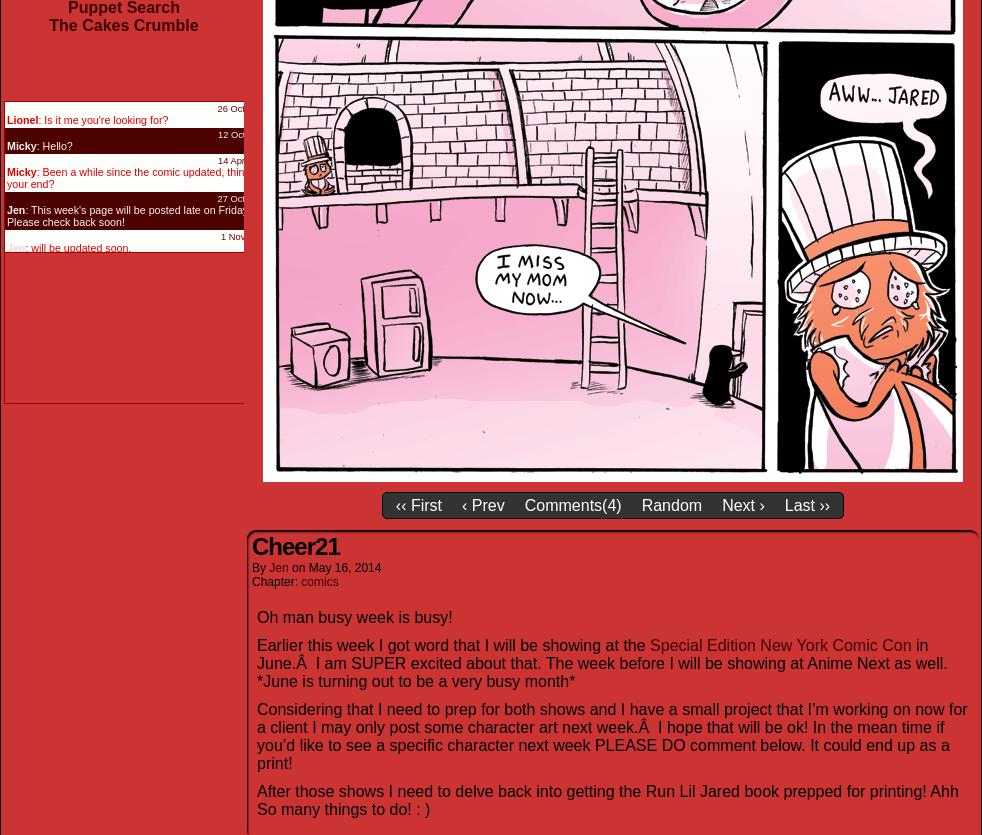 The height and width of the screenshot is (835, 982). Describe the element at coordinates (354, 615) in the screenshot. I see `'Oh man busy week is busy!'` at that location.